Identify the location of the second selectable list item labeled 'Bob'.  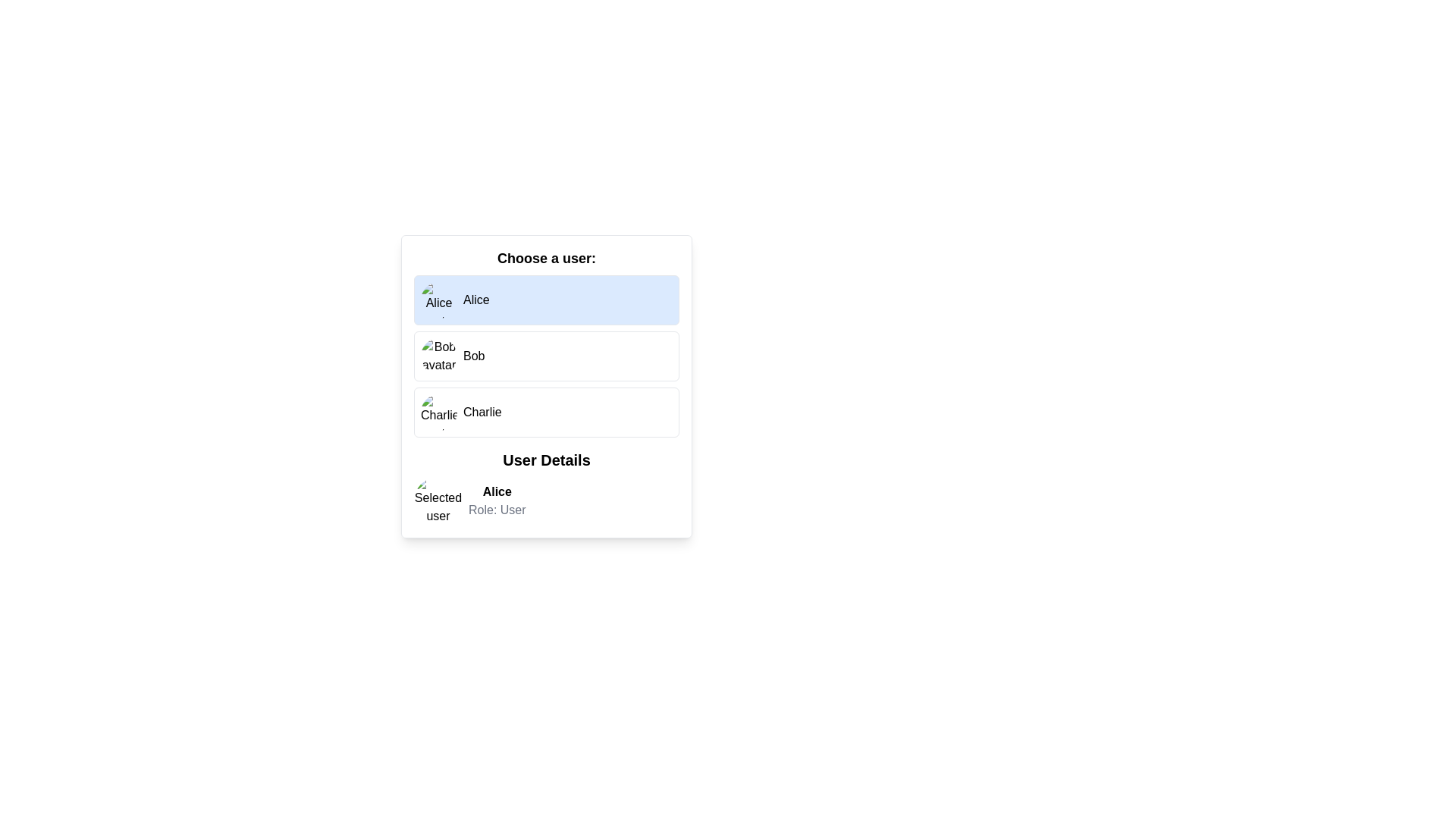
(546, 356).